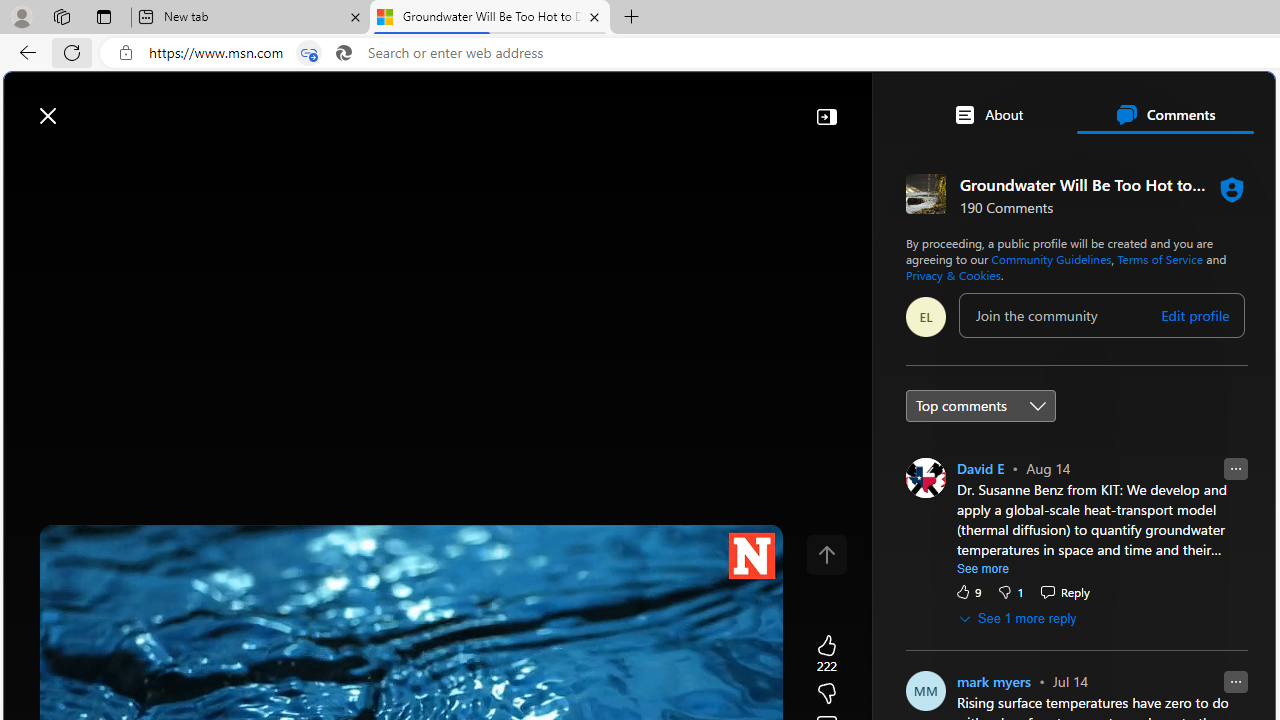  Describe the element at coordinates (308, 52) in the screenshot. I see `'Tabs in split screen'` at that location.